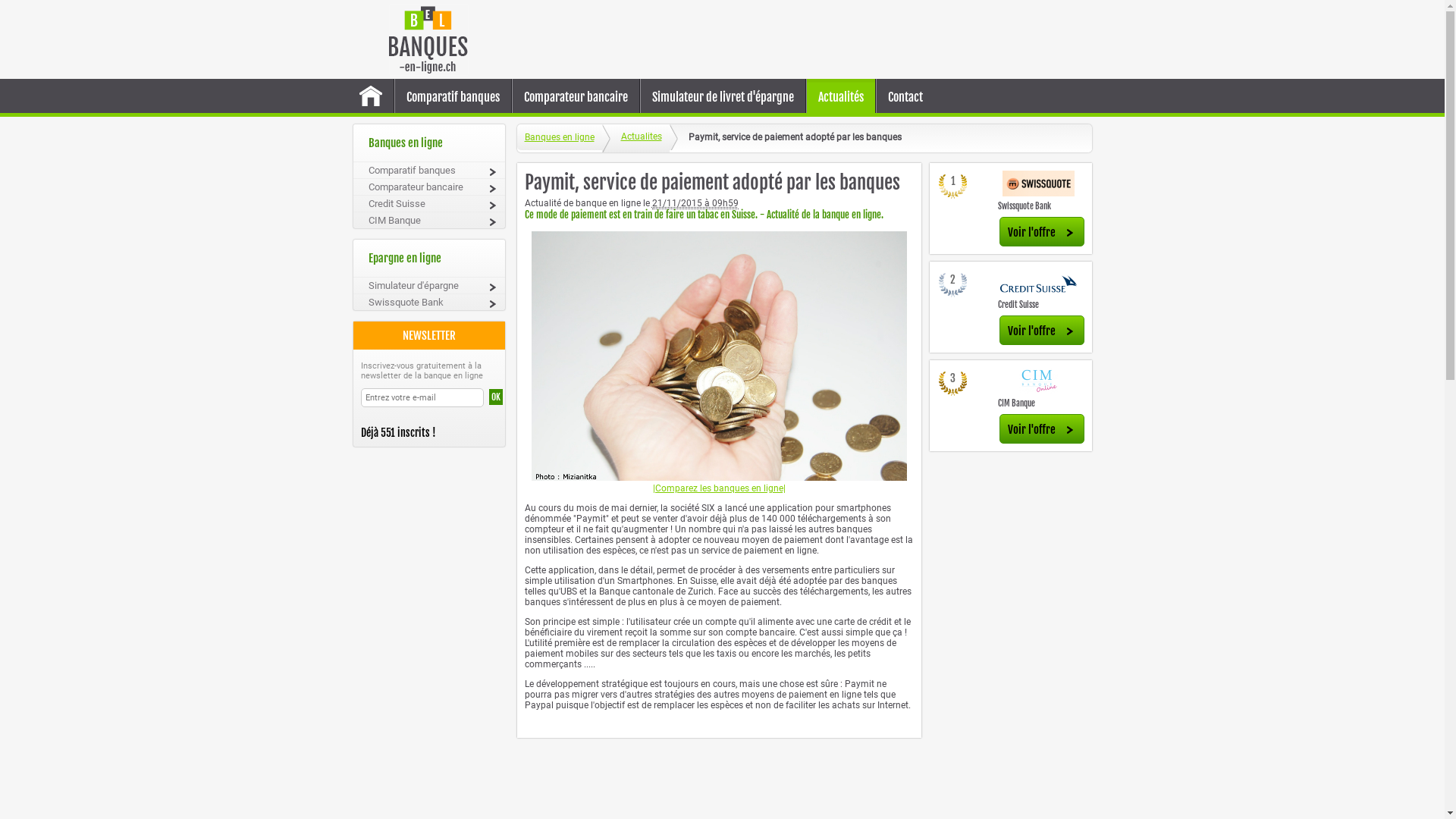  What do you see at coordinates (494, 396) in the screenshot?
I see `'OK'` at bounding box center [494, 396].